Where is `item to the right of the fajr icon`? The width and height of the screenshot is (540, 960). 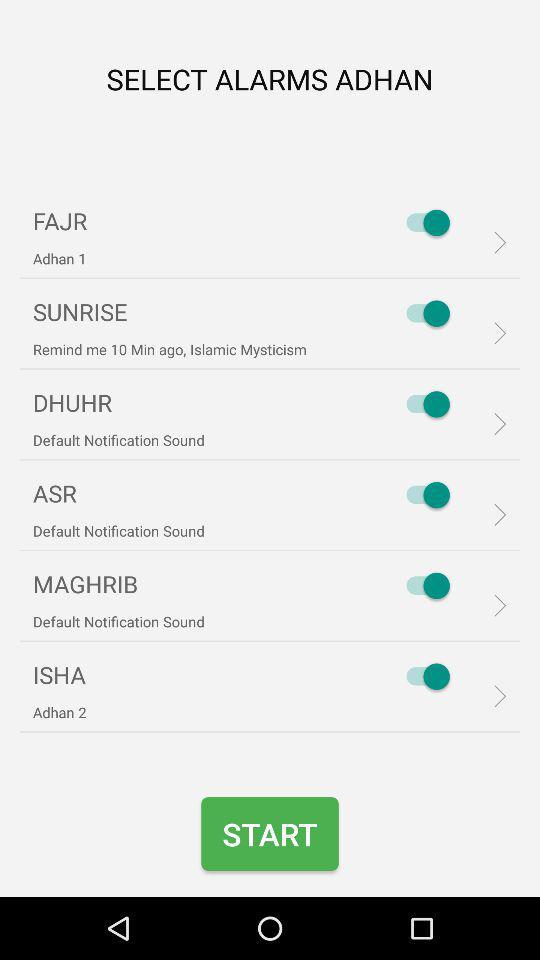 item to the right of the fajr icon is located at coordinates (422, 222).